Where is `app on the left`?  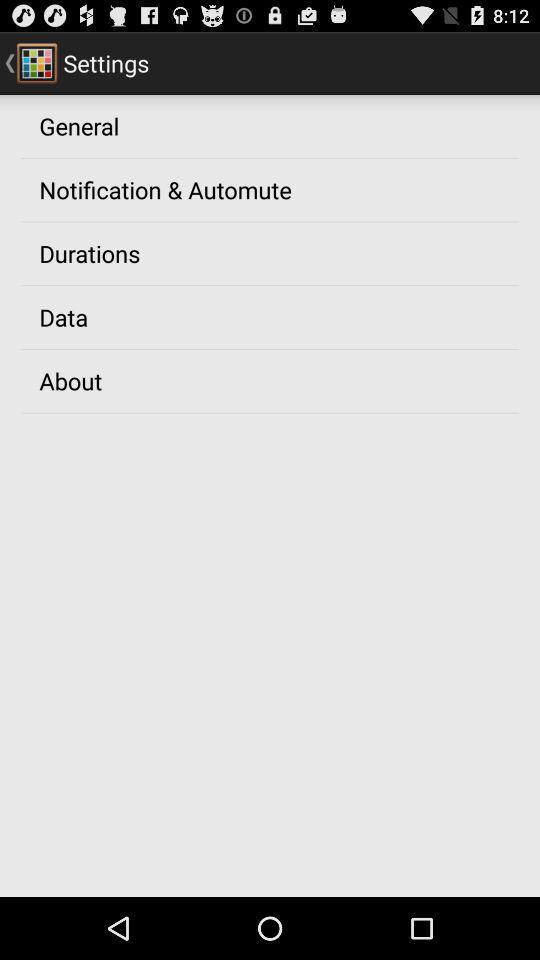 app on the left is located at coordinates (69, 379).